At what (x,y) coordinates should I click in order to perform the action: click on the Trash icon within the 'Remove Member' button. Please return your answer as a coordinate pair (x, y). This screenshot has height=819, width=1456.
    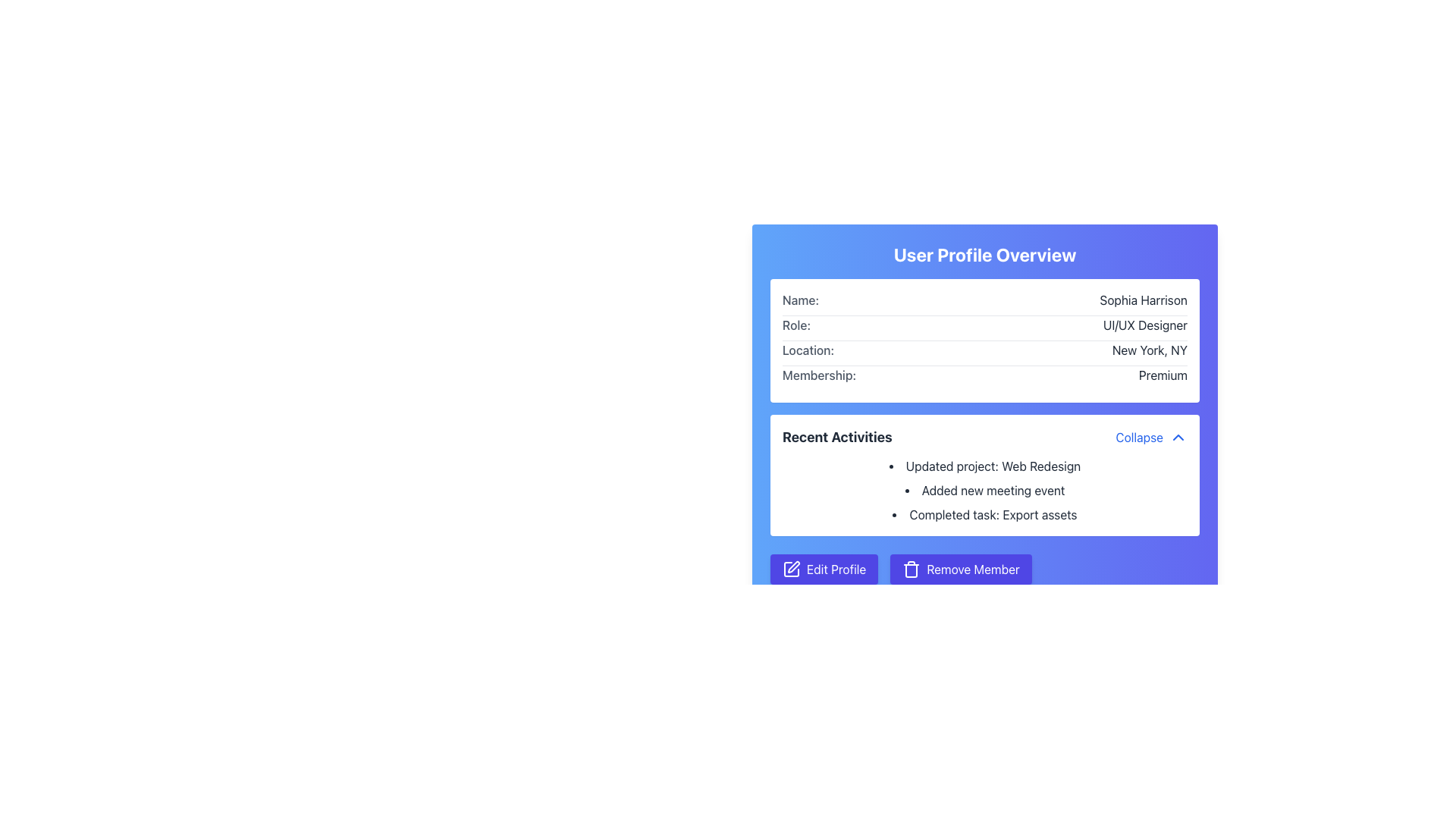
    Looking at the image, I should click on (911, 570).